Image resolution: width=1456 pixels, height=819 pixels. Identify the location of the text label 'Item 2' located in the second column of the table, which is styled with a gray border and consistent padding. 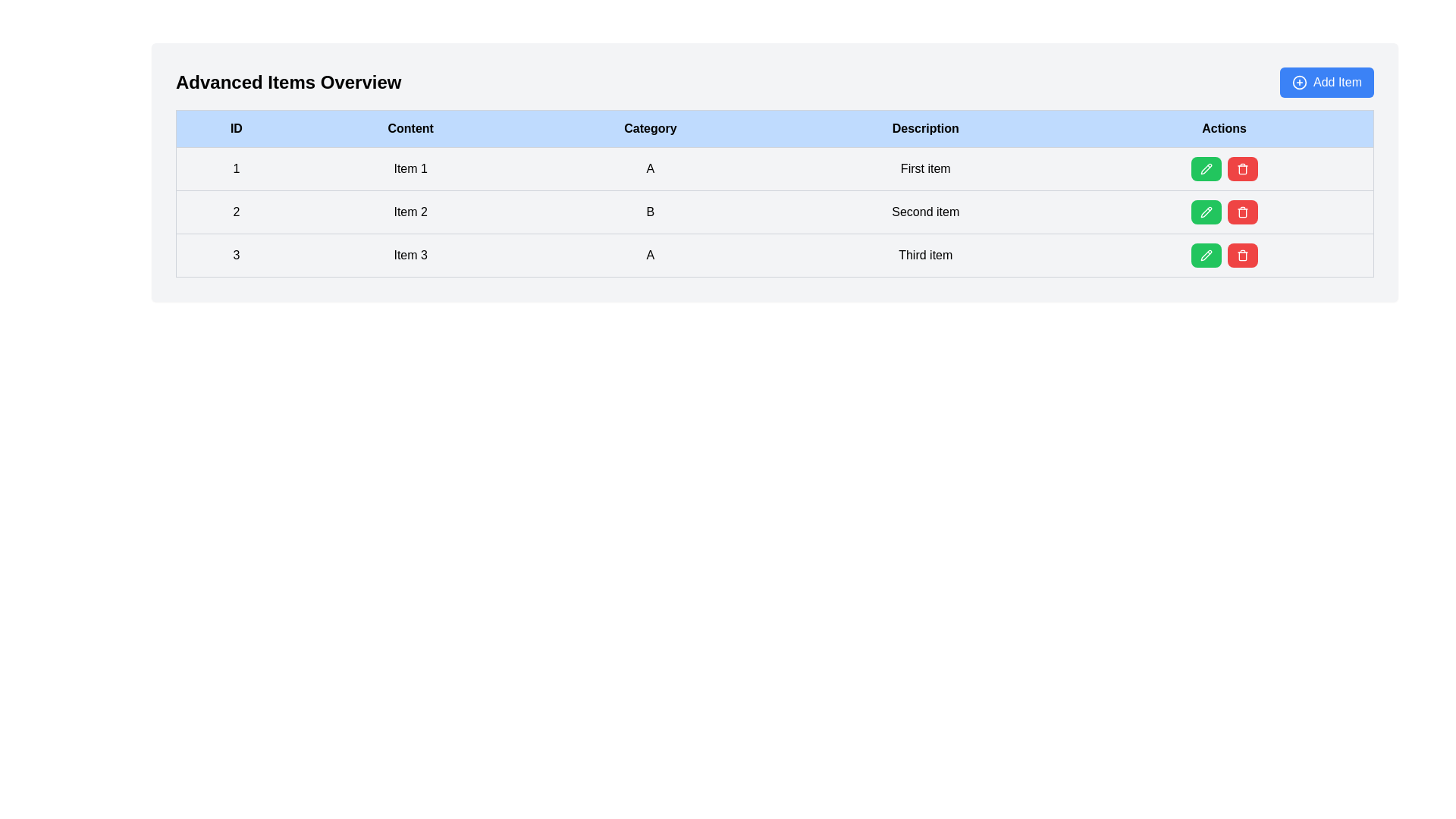
(410, 212).